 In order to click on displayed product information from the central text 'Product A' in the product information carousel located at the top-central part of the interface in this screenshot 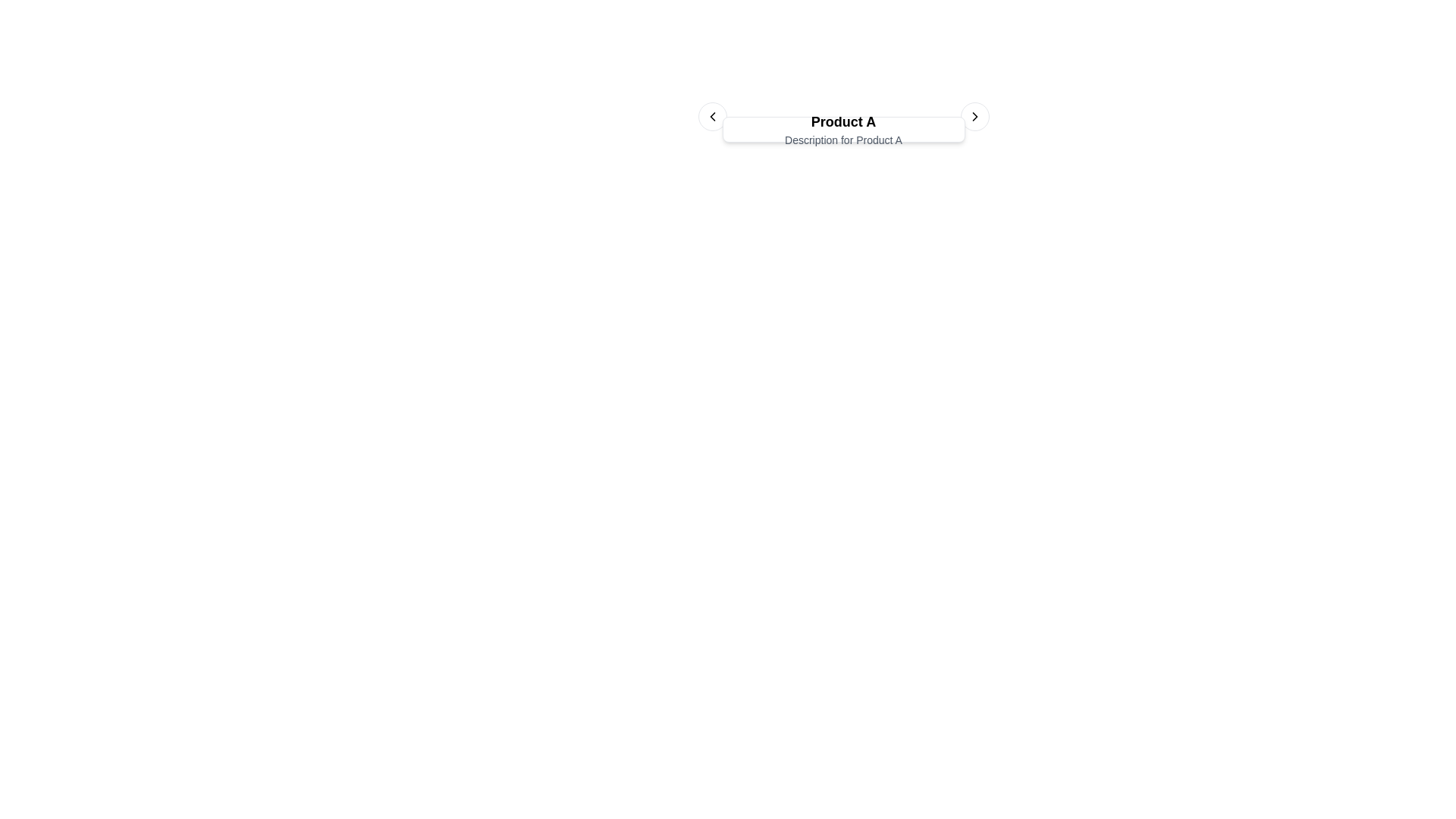, I will do `click(843, 116)`.